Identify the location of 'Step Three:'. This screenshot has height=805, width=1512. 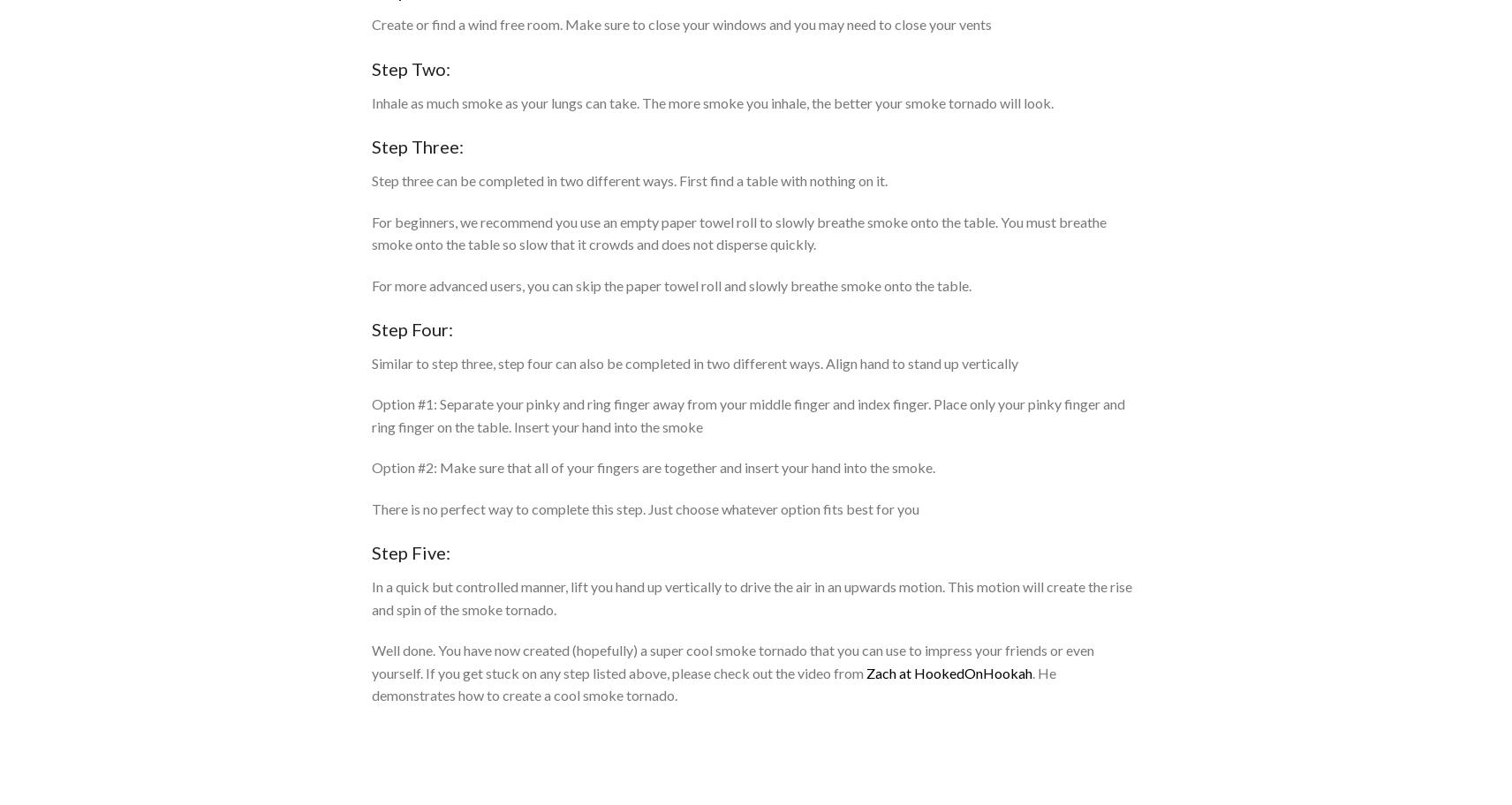
(417, 146).